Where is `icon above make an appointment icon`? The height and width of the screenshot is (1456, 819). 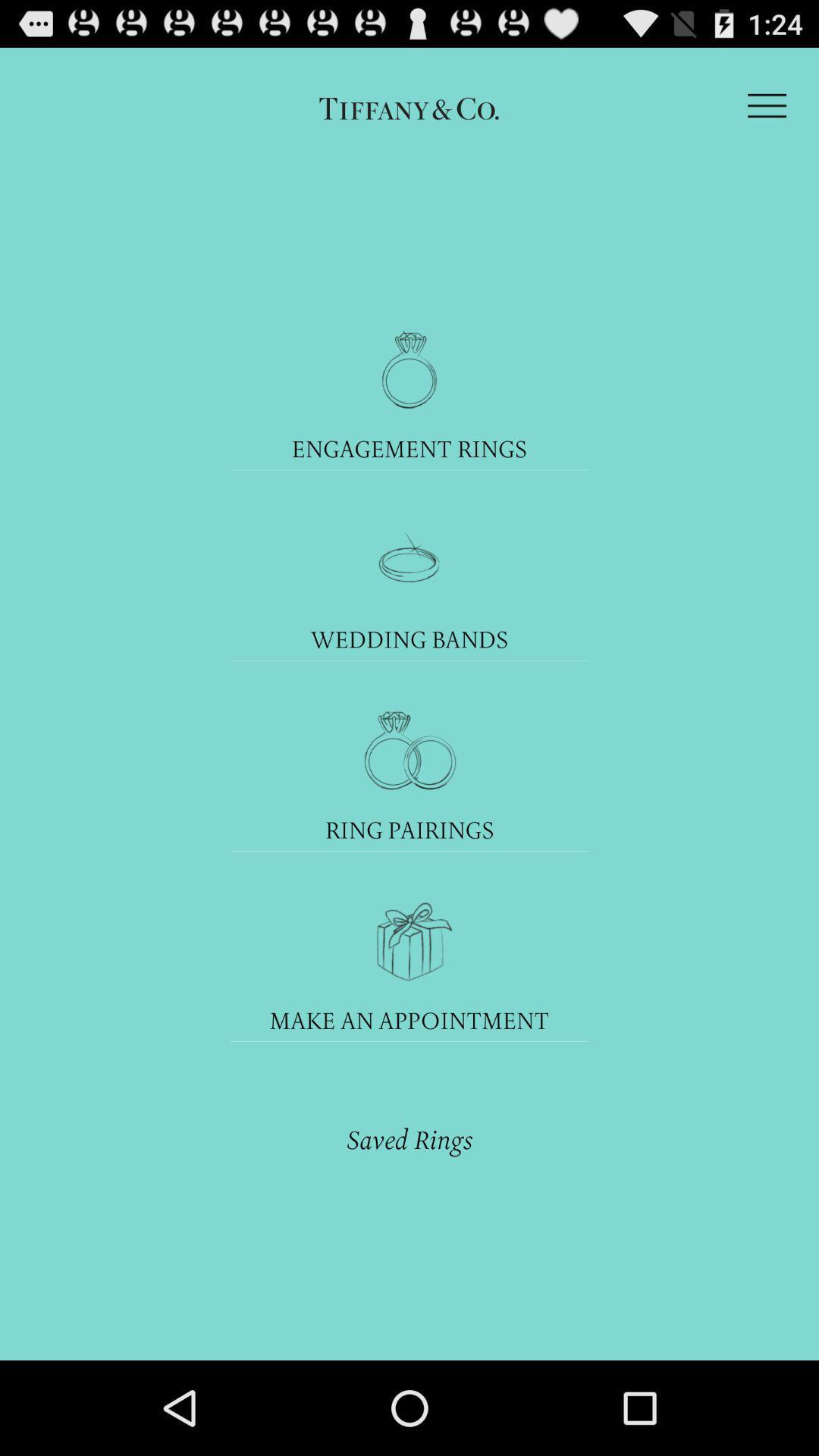
icon above make an appointment icon is located at coordinates (408, 940).